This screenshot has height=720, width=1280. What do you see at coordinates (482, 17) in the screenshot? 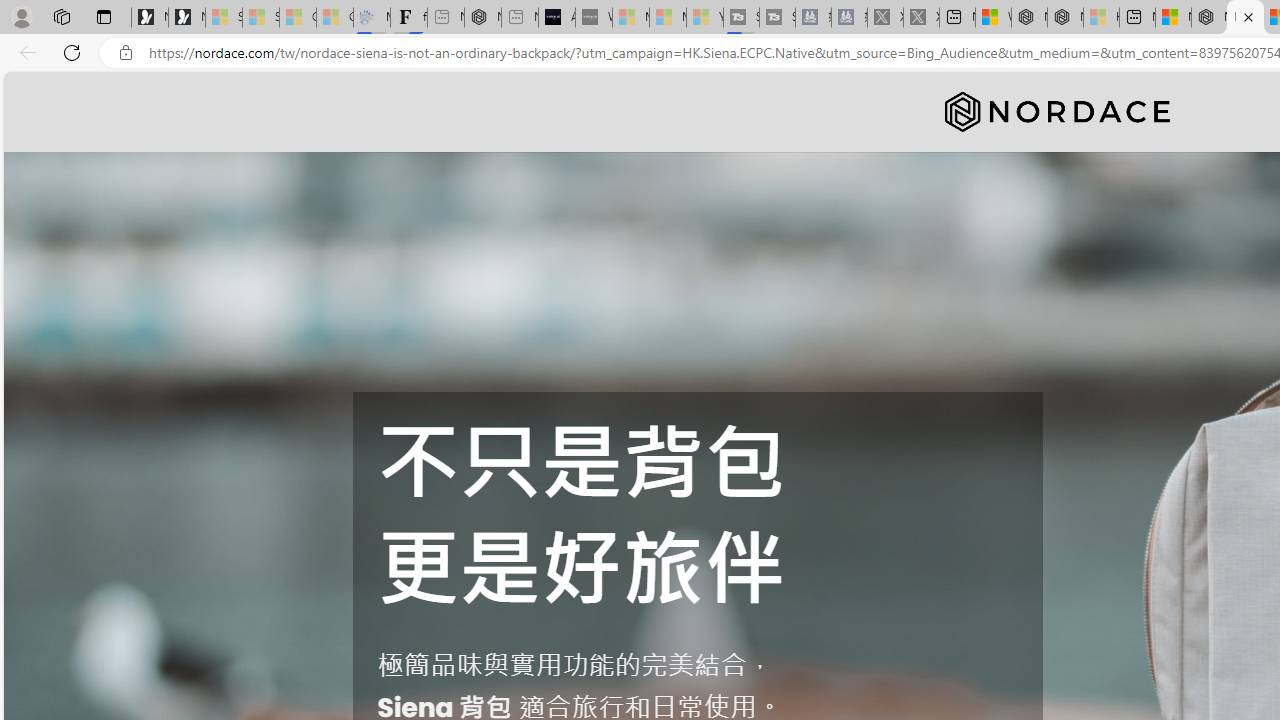
I see `'Nordace - #1 Japanese Best-Seller - Siena Smart Backpack'` at bounding box center [482, 17].